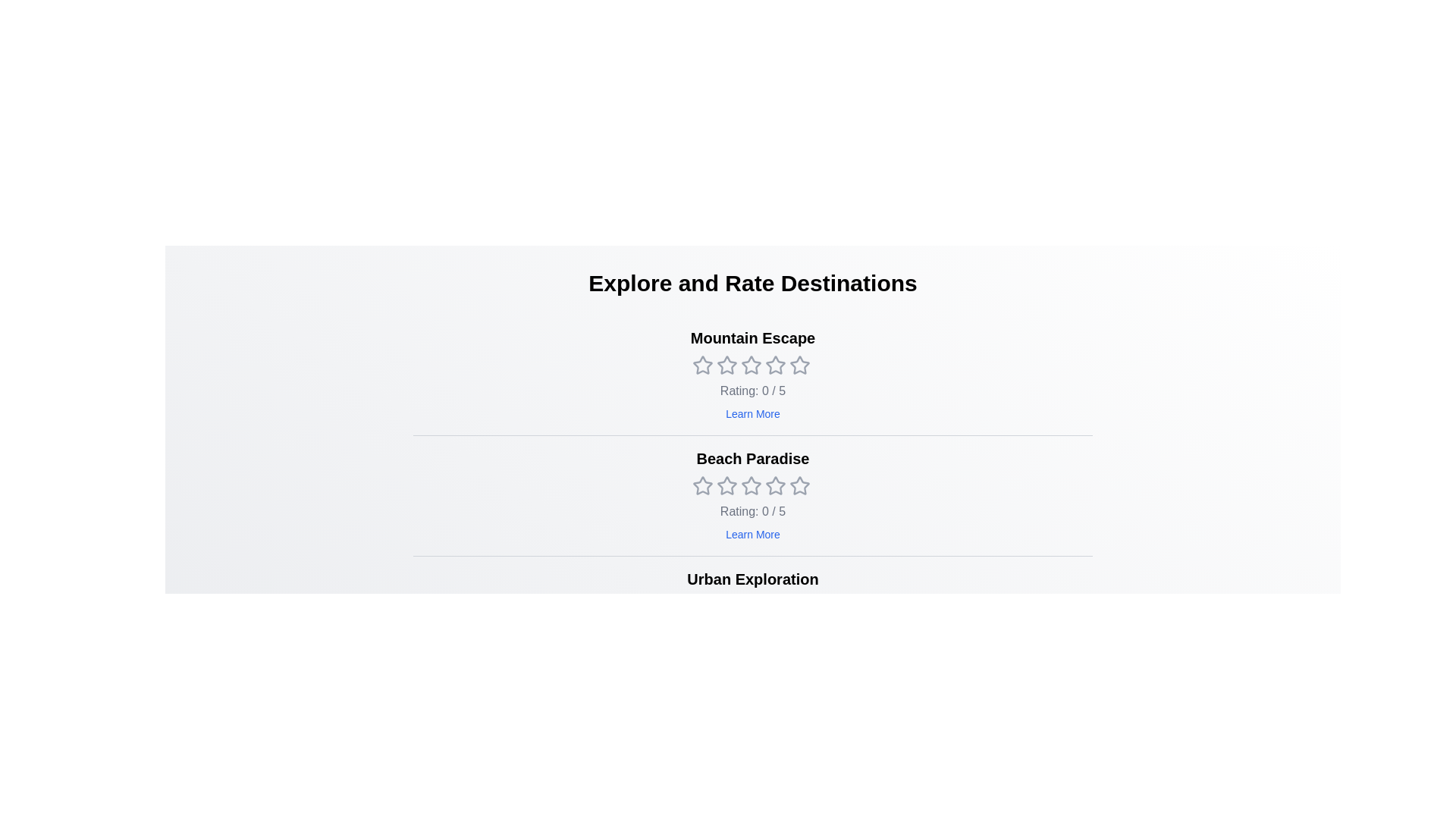 The width and height of the screenshot is (1456, 819). What do you see at coordinates (753, 414) in the screenshot?
I see `the 'Learn More' button for the destination 'Mountain Escape'` at bounding box center [753, 414].